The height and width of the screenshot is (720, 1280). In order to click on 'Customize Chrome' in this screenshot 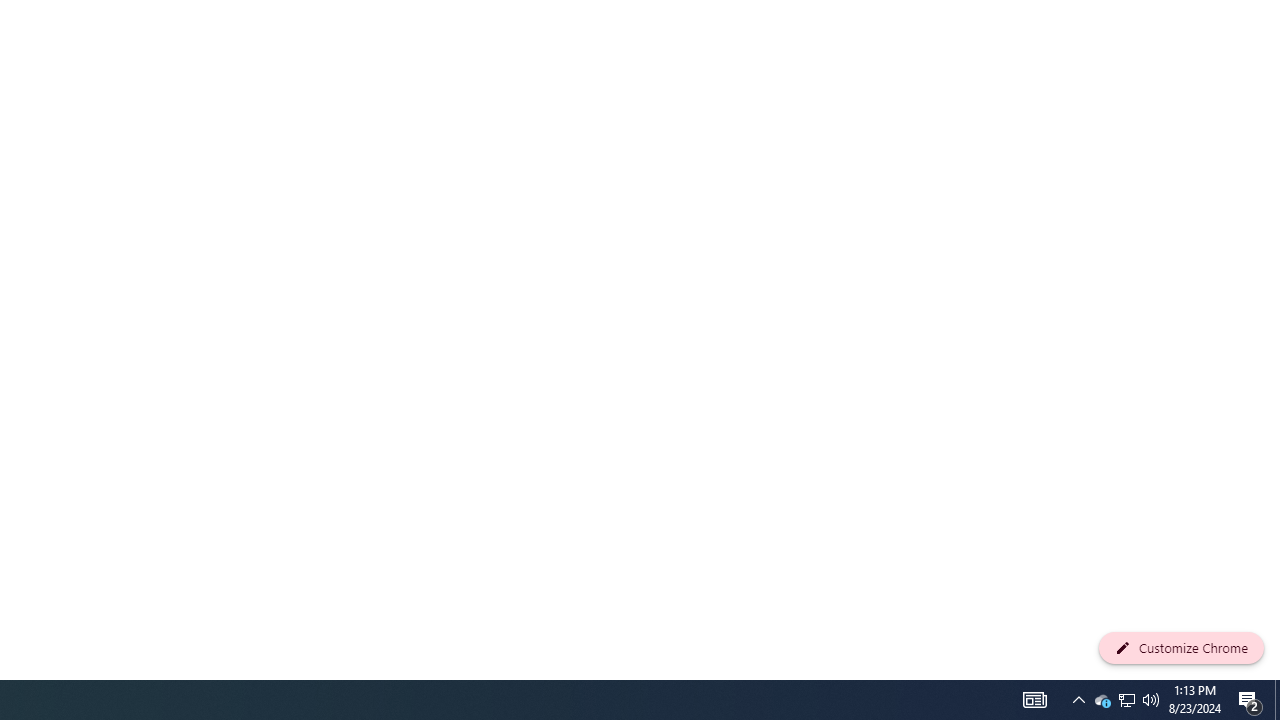, I will do `click(1181, 648)`.